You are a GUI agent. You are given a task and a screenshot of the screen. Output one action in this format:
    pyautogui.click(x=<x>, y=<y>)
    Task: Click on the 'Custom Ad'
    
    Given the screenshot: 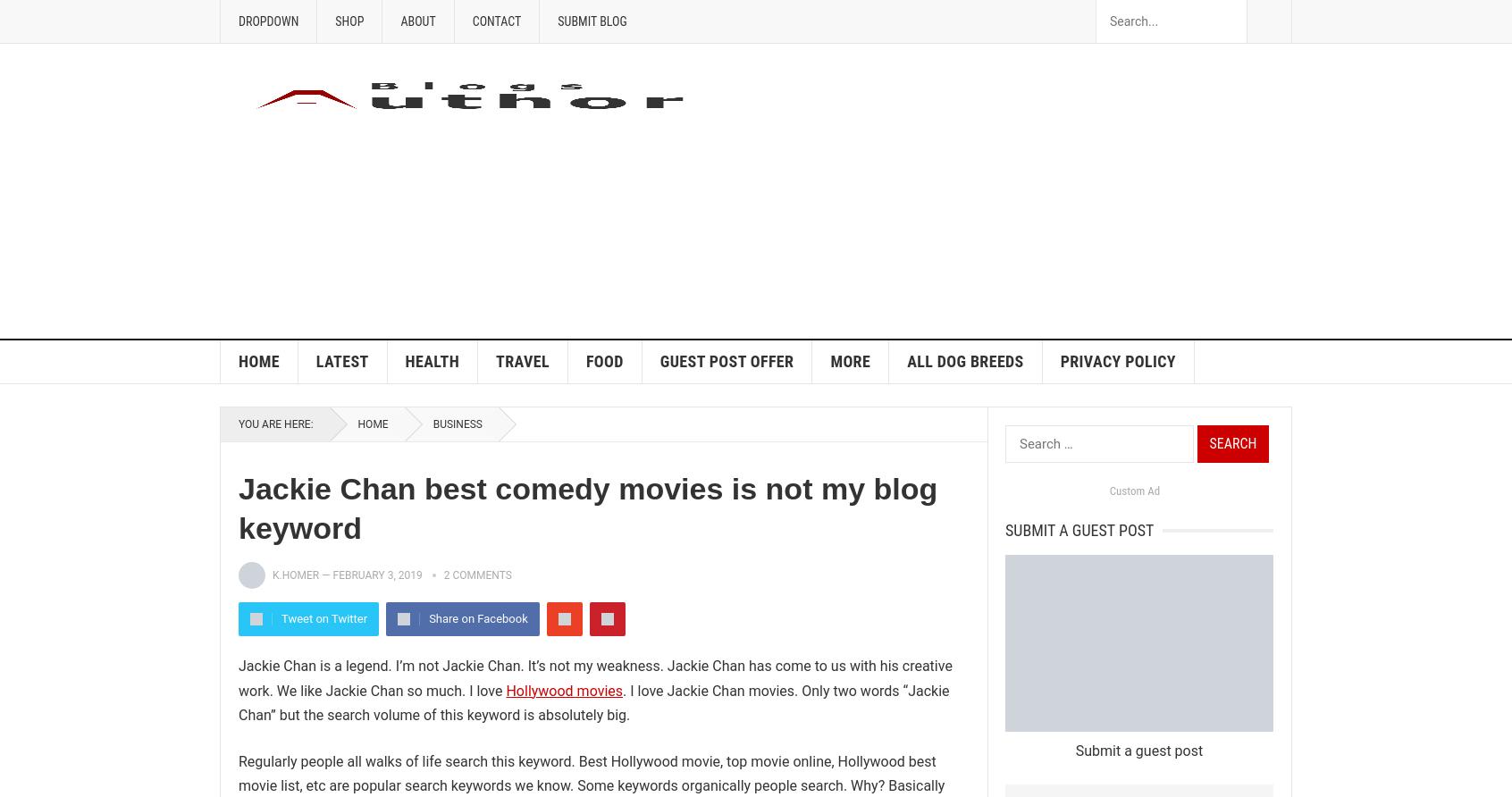 What is the action you would take?
    pyautogui.click(x=1134, y=491)
    